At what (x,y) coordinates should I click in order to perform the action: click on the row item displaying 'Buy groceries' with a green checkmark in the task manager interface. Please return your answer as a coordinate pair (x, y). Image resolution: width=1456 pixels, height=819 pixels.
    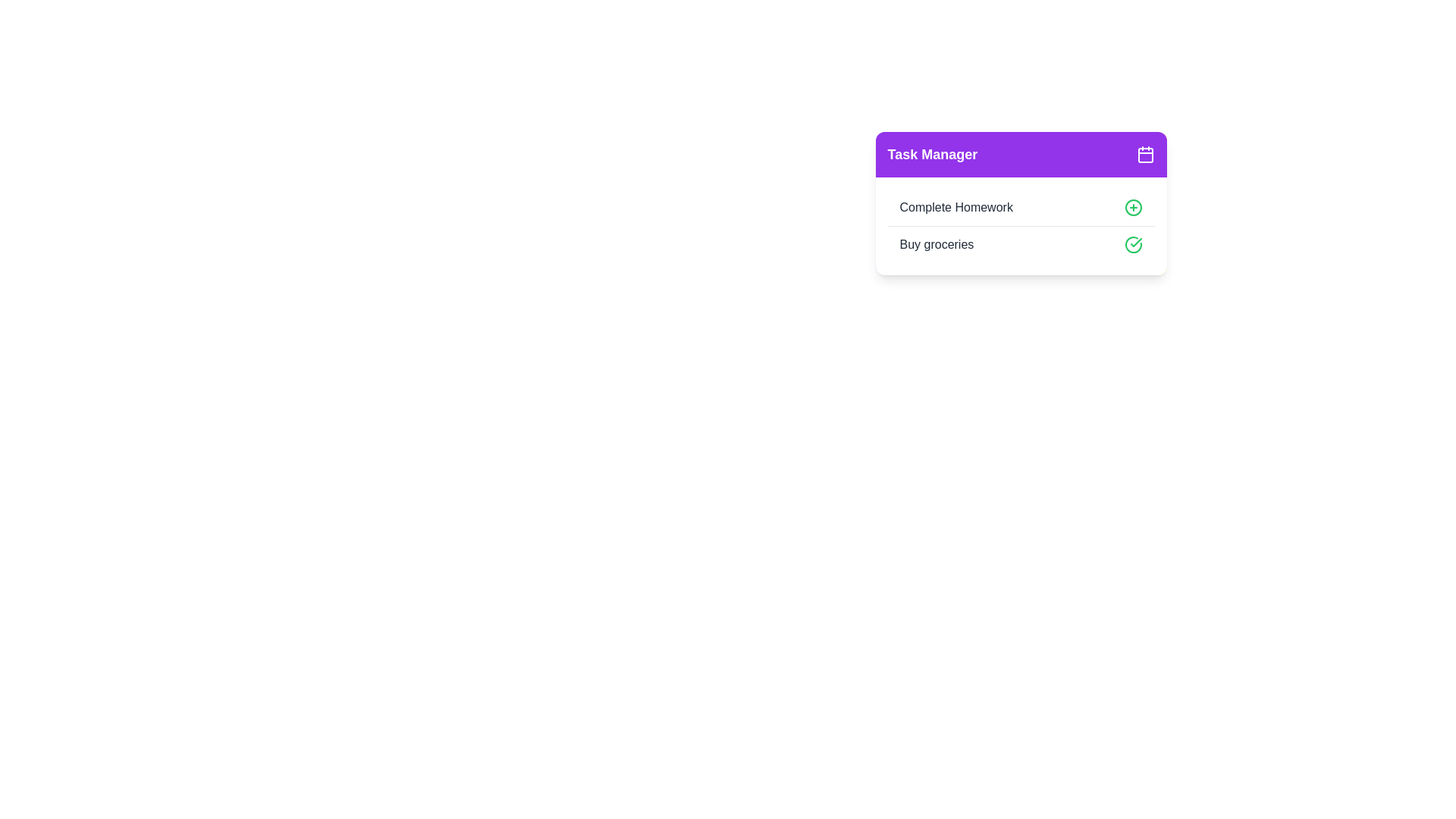
    Looking at the image, I should click on (1021, 243).